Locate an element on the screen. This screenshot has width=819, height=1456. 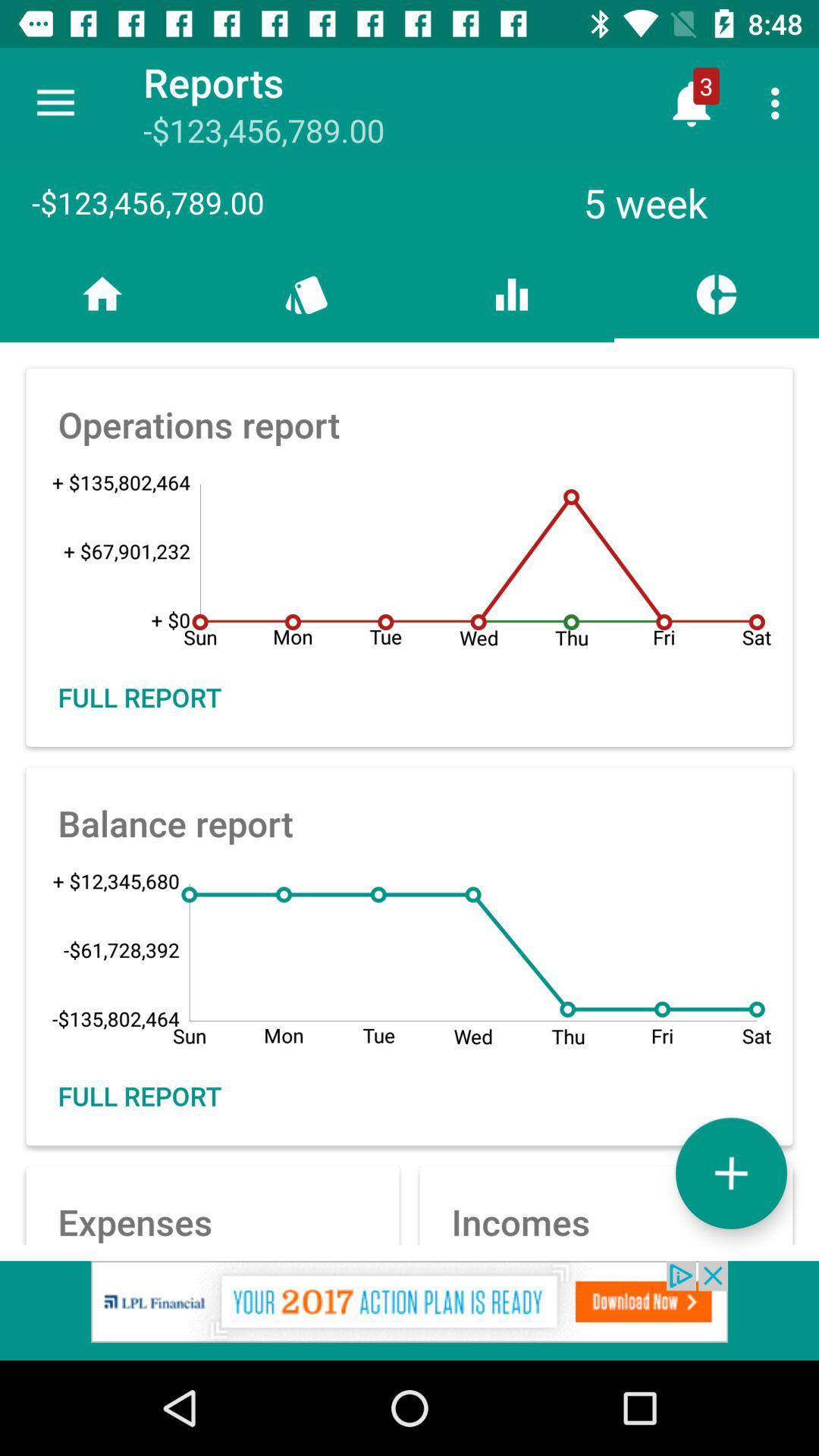
more option is located at coordinates (730, 1172).